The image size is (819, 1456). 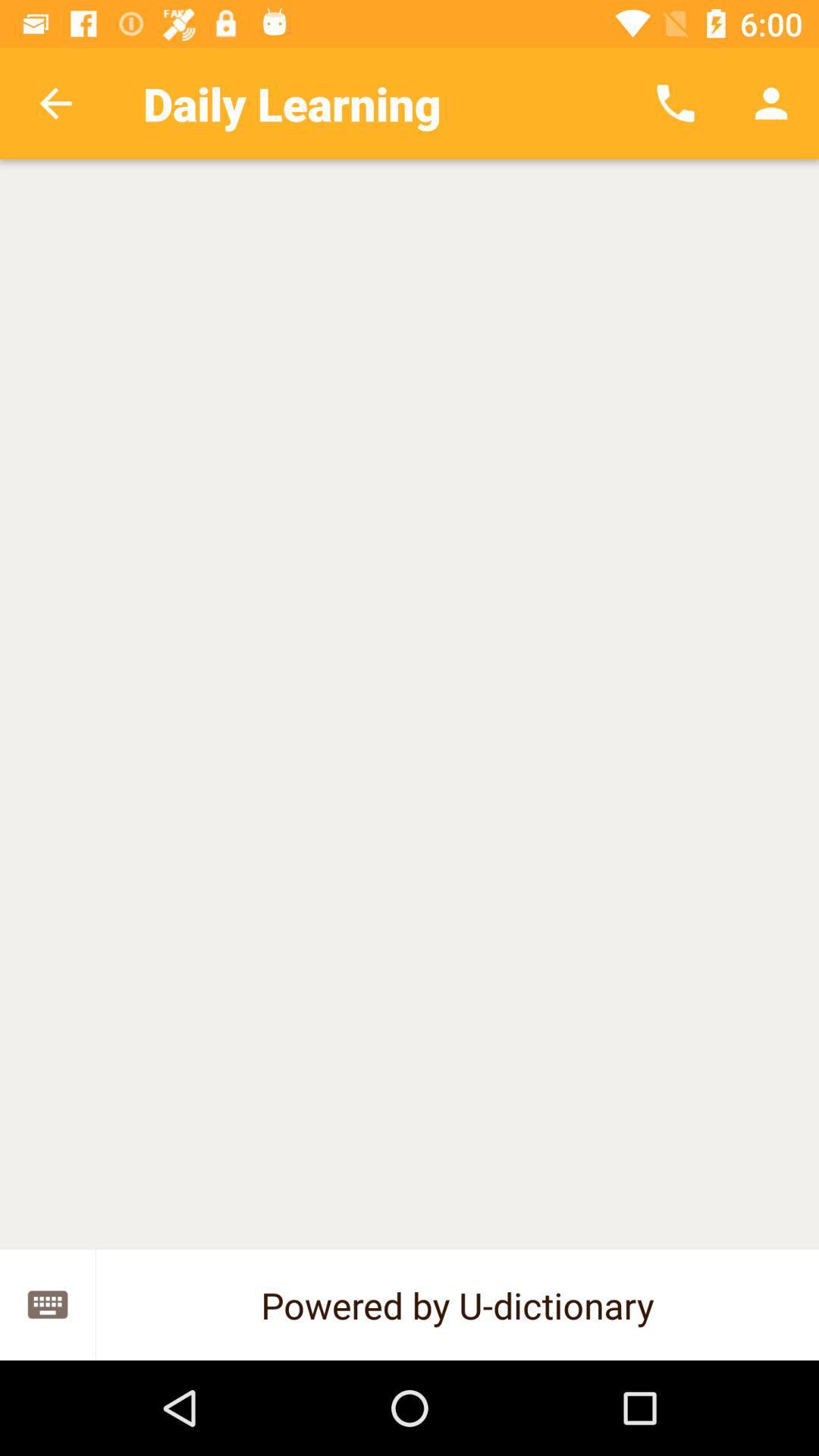 What do you see at coordinates (675, 102) in the screenshot?
I see `app to the right of daily learning icon` at bounding box center [675, 102].